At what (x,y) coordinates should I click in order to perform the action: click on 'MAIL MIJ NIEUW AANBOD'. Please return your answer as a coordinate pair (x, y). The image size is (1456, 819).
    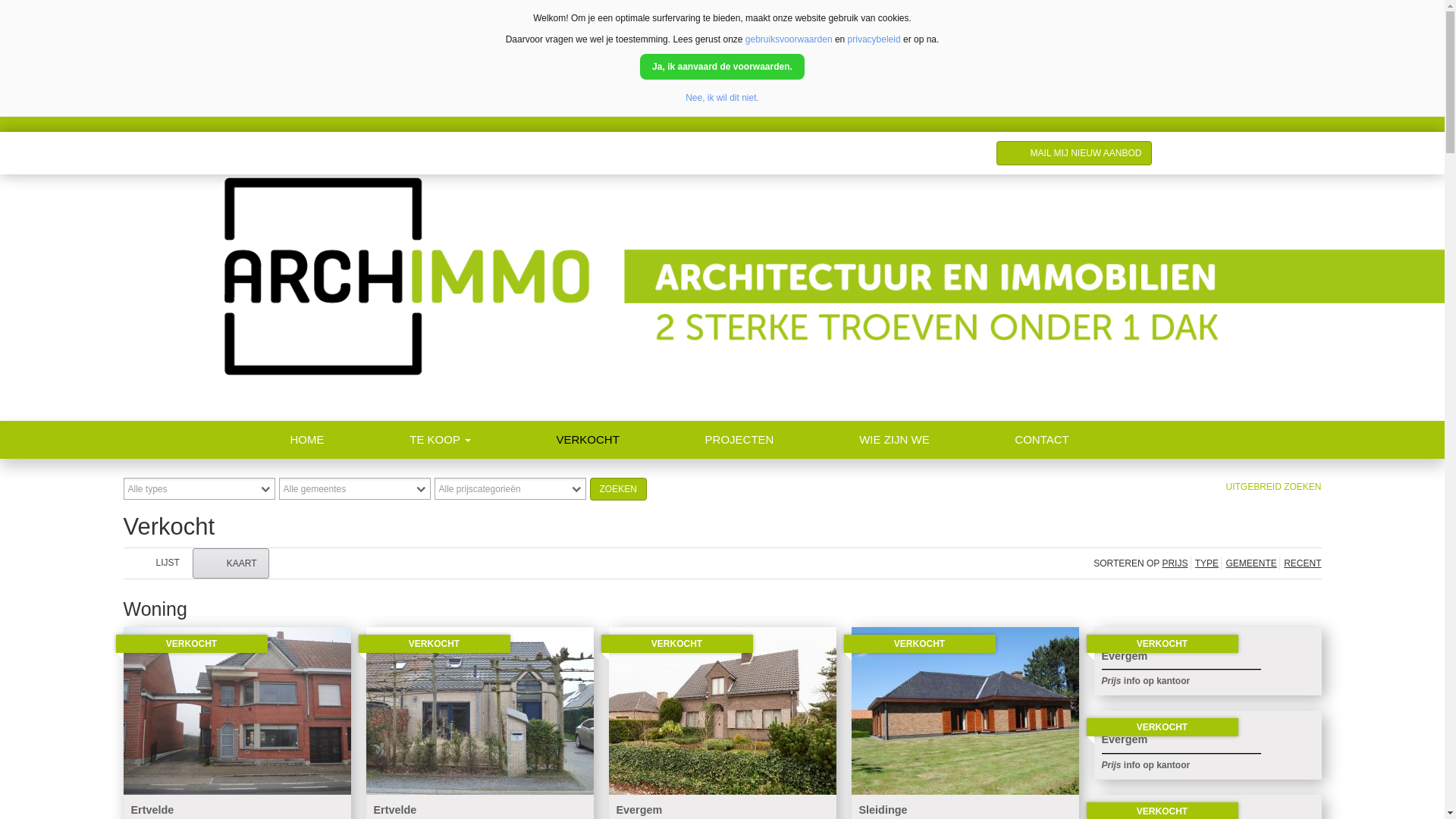
    Looking at the image, I should click on (1073, 152).